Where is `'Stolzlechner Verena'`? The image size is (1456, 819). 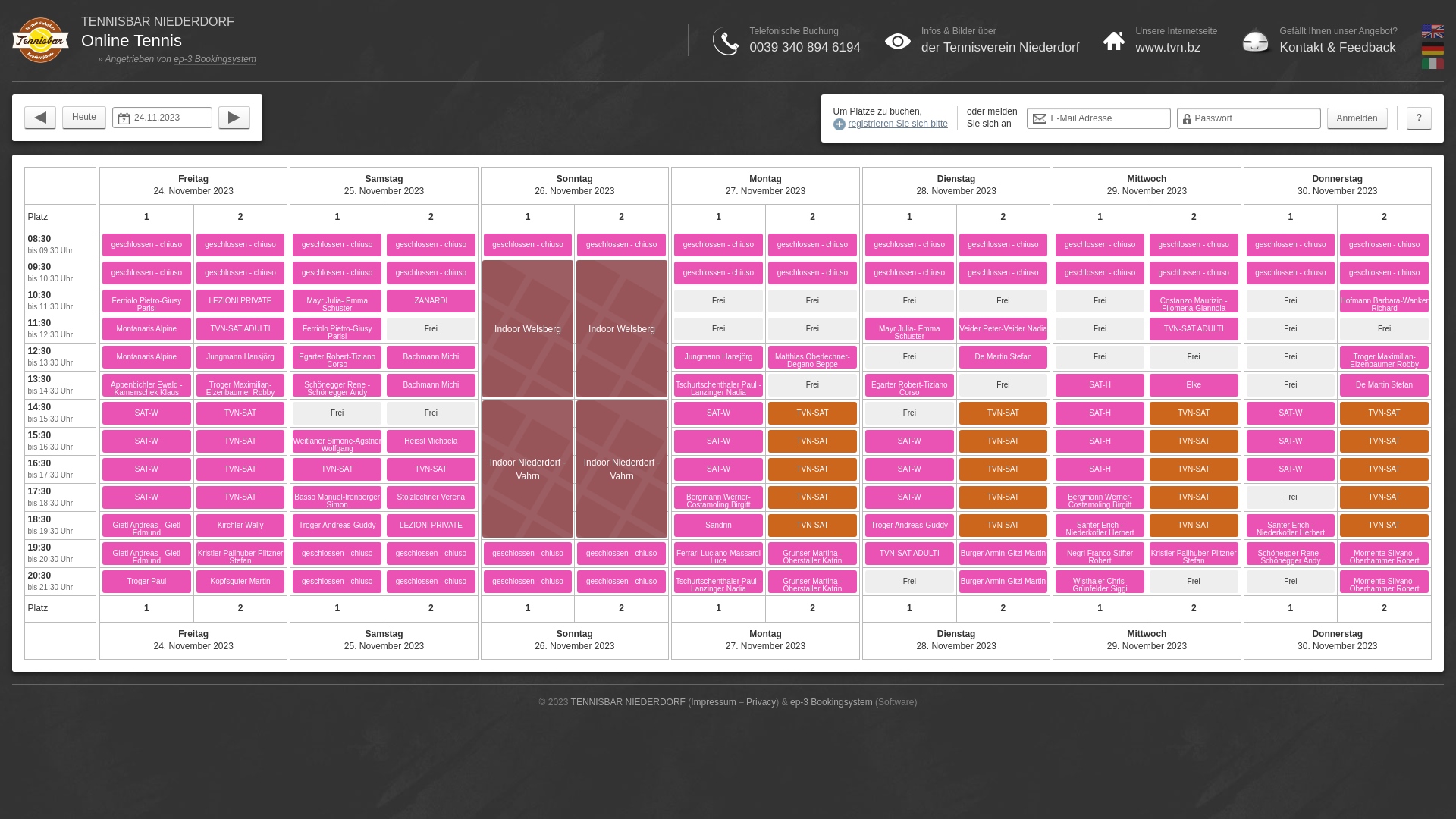
'Stolzlechner Verena' is located at coordinates (430, 497).